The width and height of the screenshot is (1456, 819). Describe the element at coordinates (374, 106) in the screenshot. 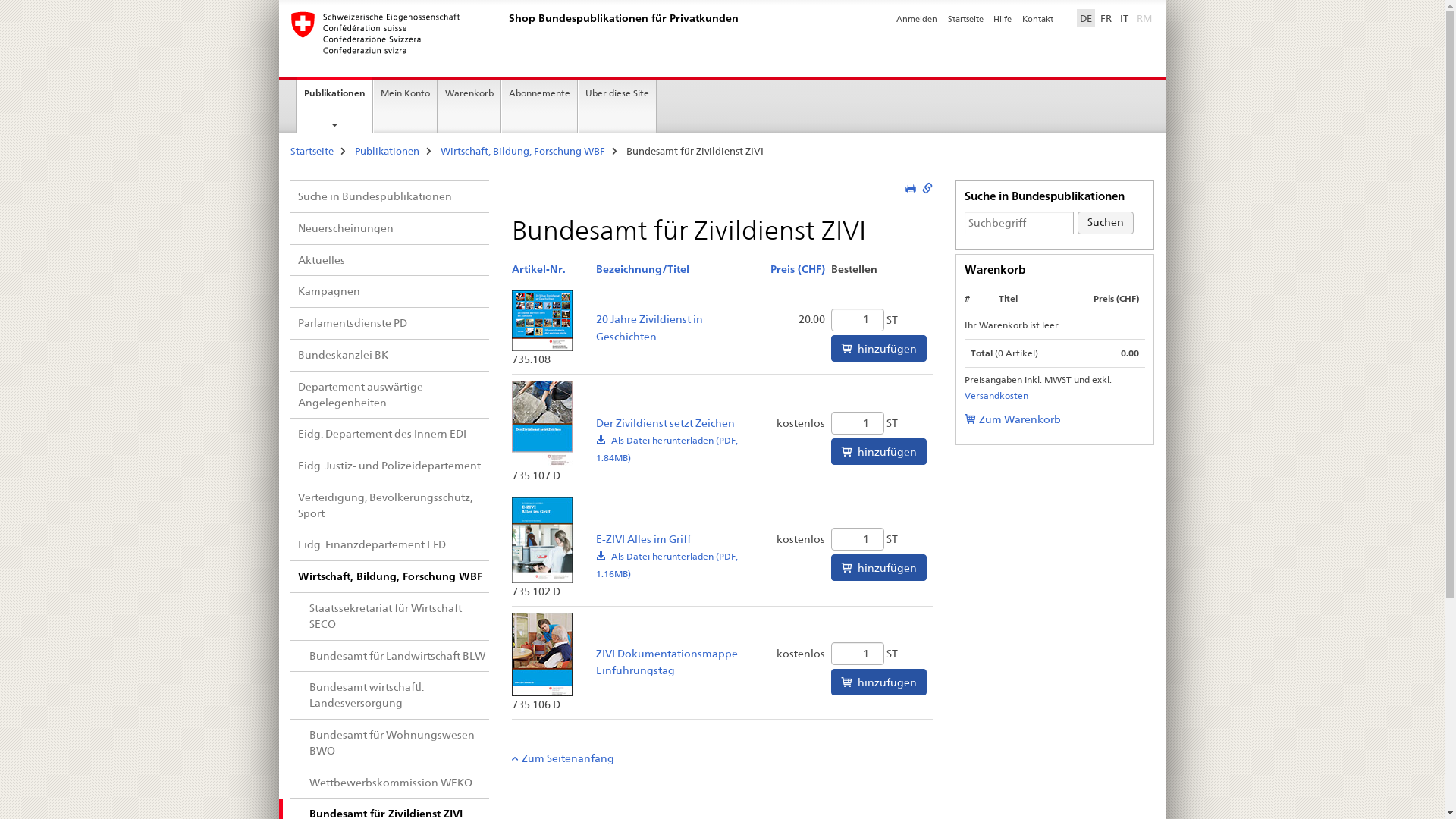

I see `'Mein Konto'` at that location.